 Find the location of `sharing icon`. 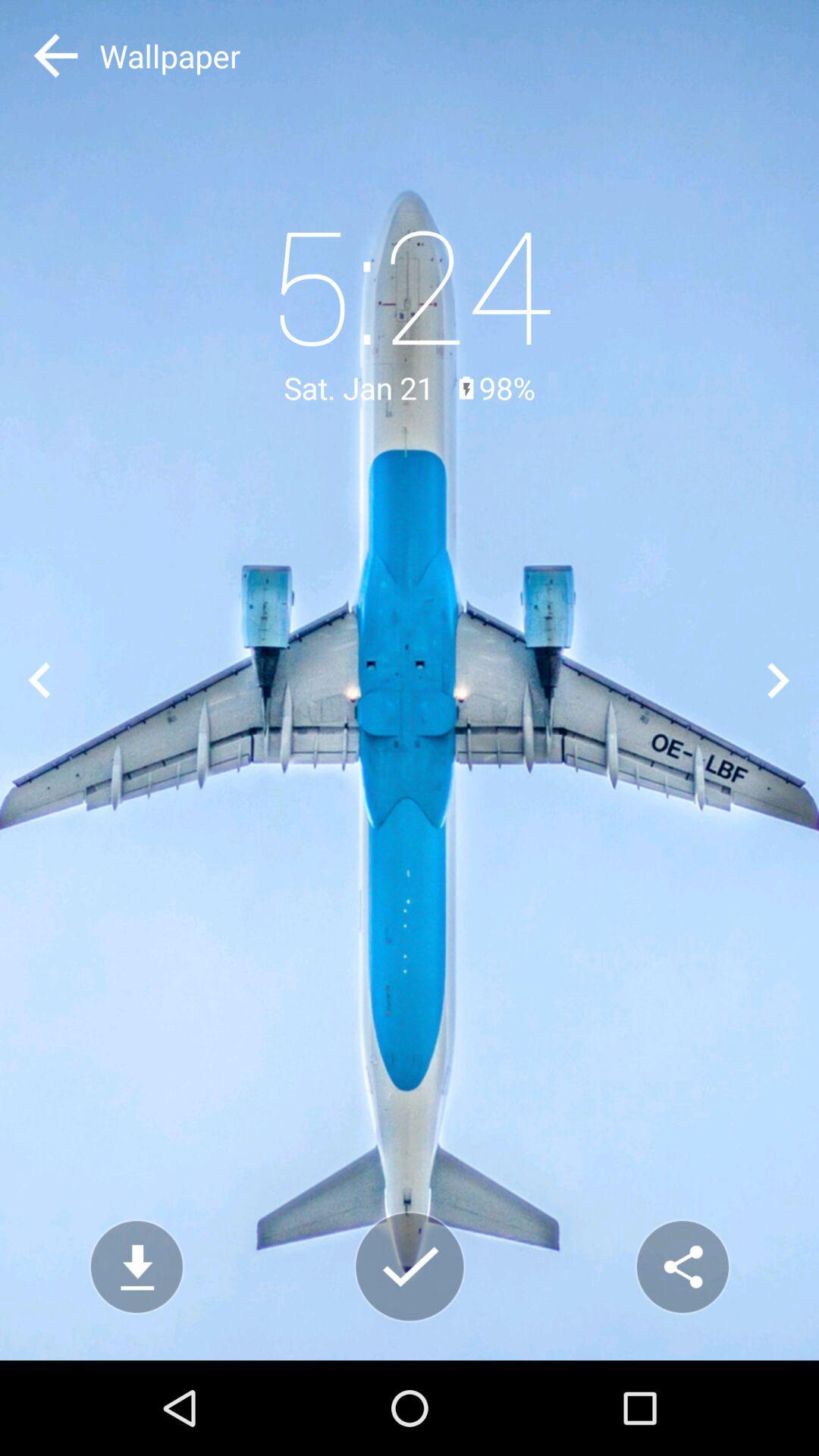

sharing icon is located at coordinates (681, 1266).